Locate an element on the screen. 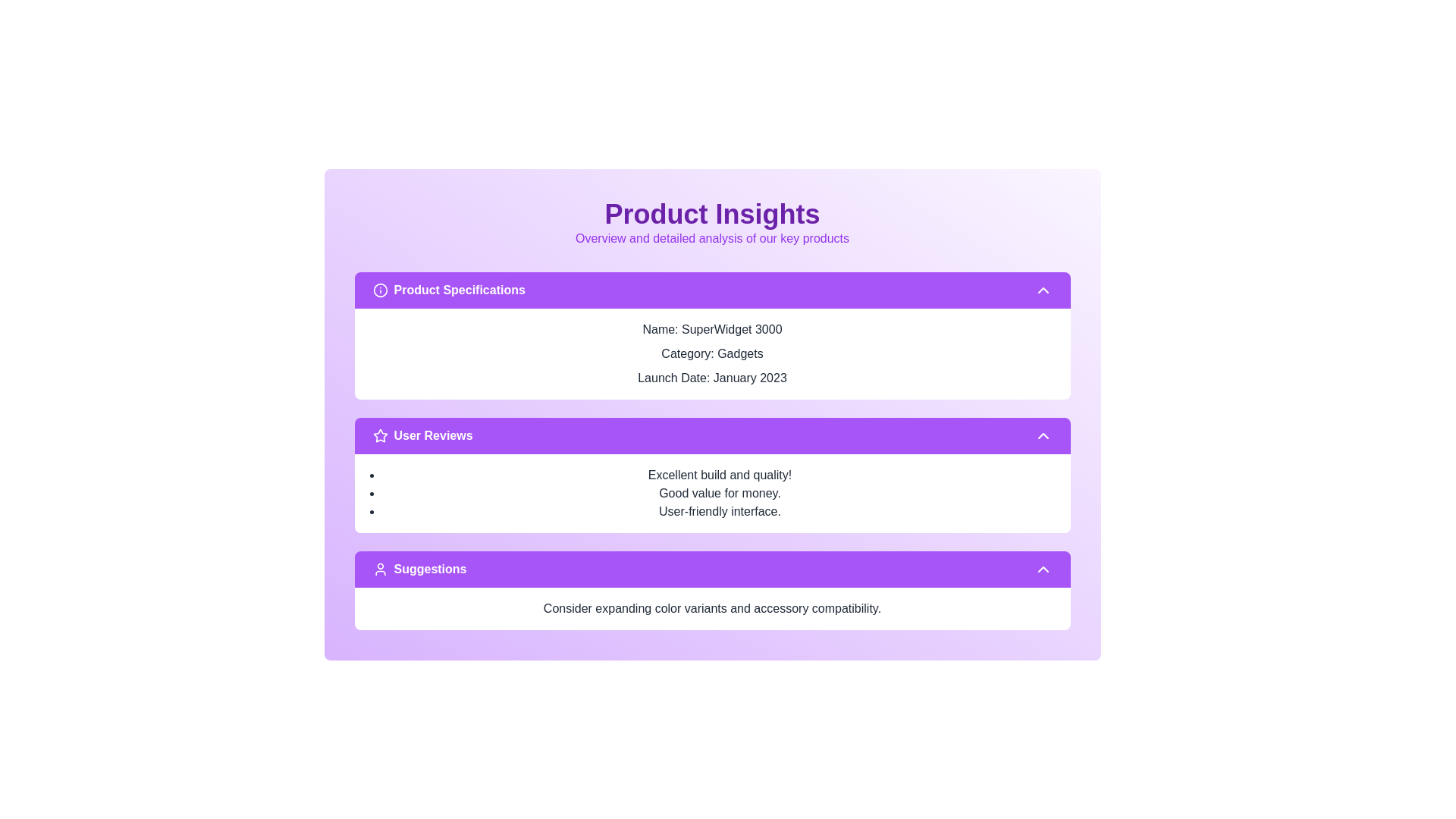 Image resolution: width=1456 pixels, height=819 pixels. the 'Product Specifications' label header to potentially reveal tooltips related to the info icon is located at coordinates (448, 290).